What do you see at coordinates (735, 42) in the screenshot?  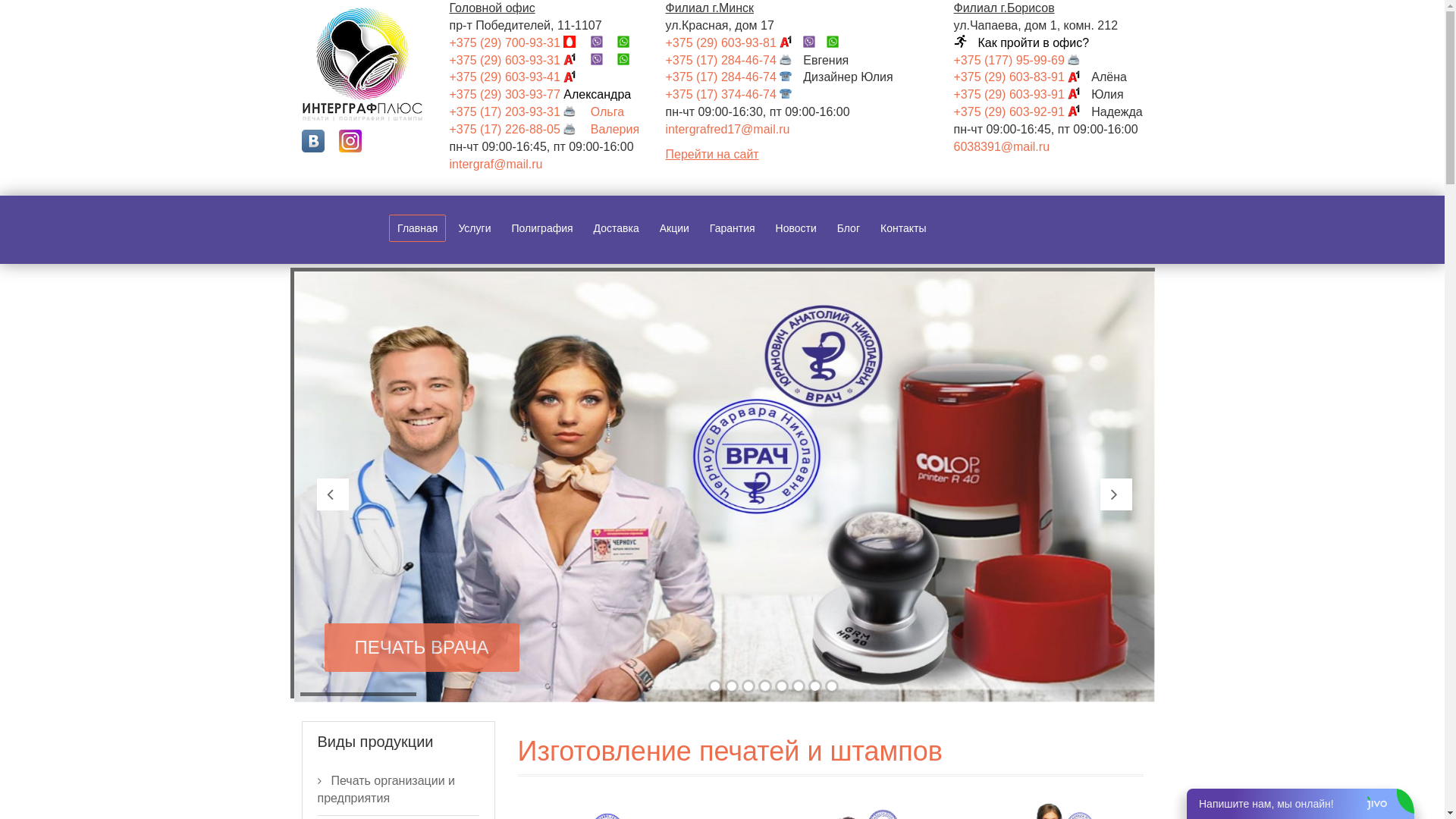 I see `'+375 (29) 603-93-81 '` at bounding box center [735, 42].